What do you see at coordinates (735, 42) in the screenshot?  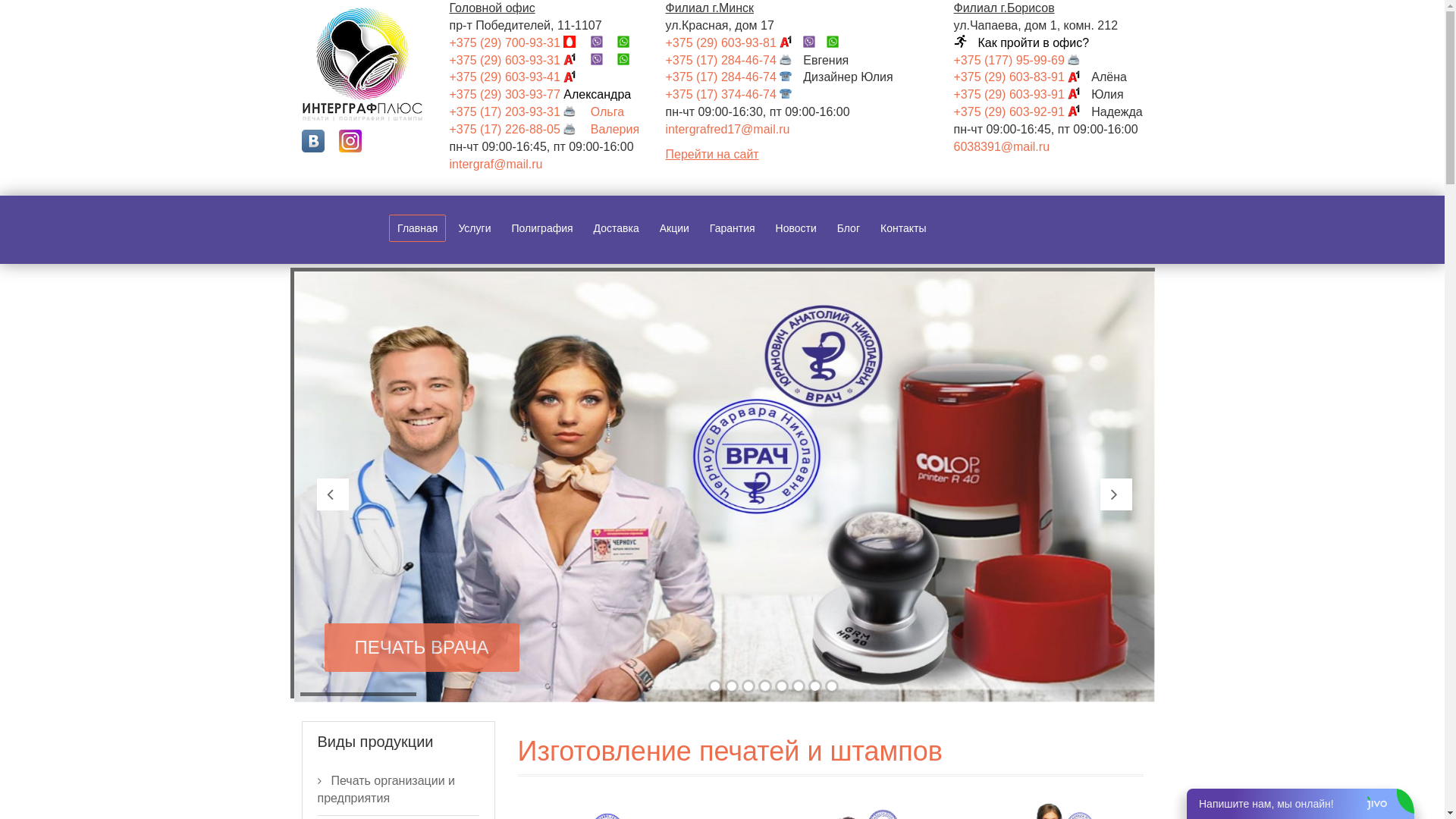 I see `'+375 (29) 603-93-81 '` at bounding box center [735, 42].